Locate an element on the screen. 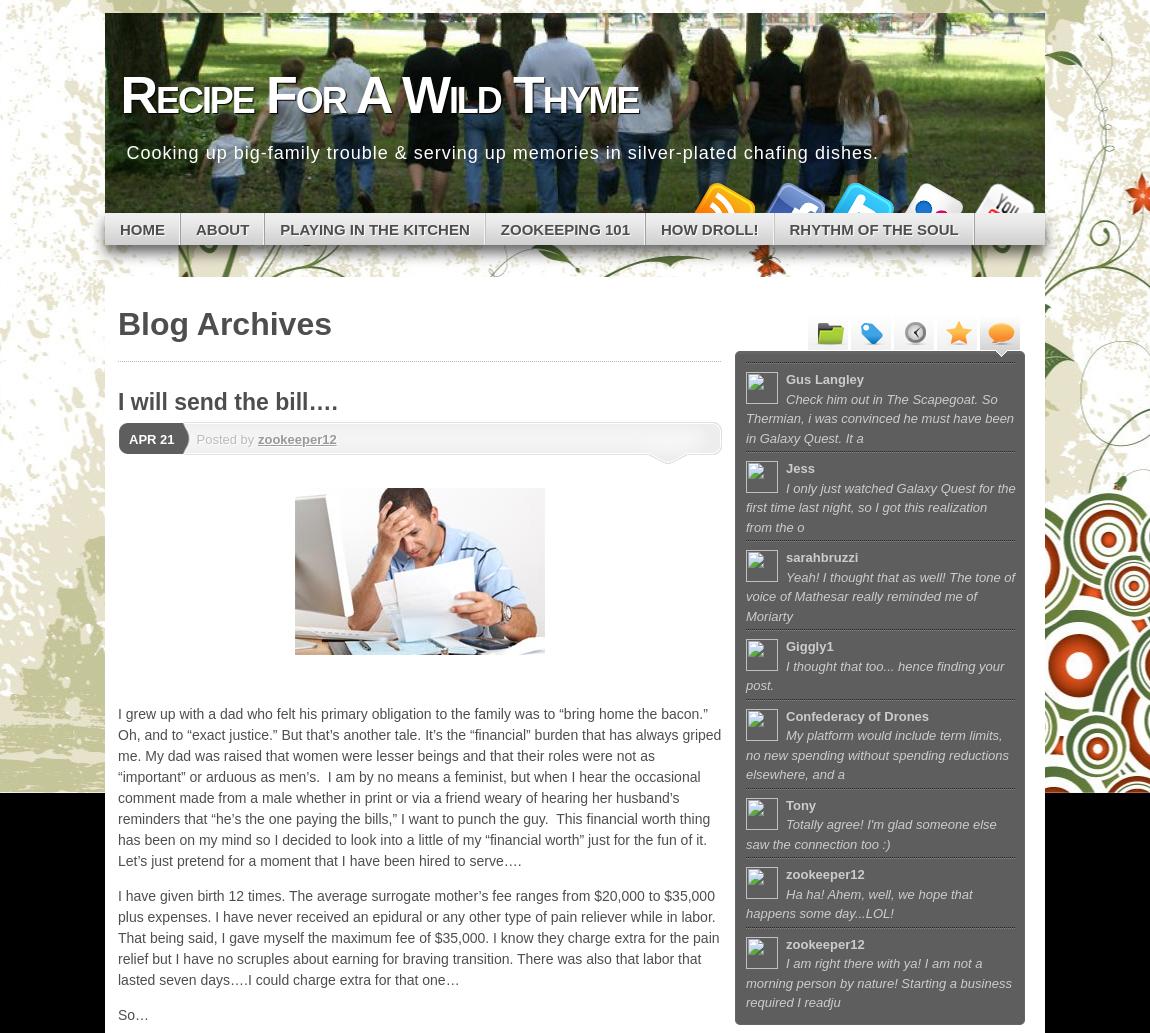 The width and height of the screenshot is (1150, 1033). 'So…' is located at coordinates (132, 1014).